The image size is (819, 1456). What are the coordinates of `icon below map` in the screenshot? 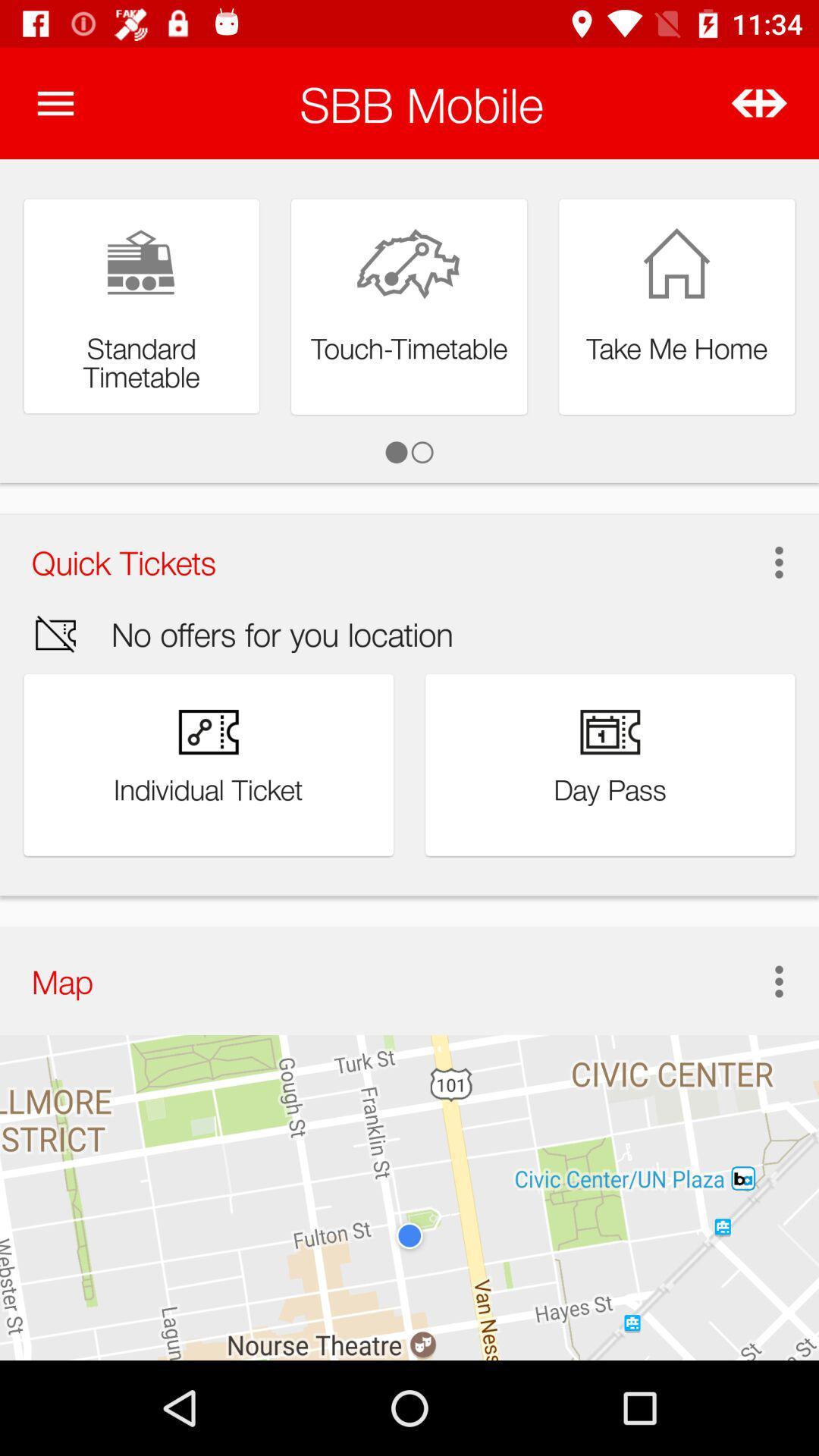 It's located at (409, 1197).